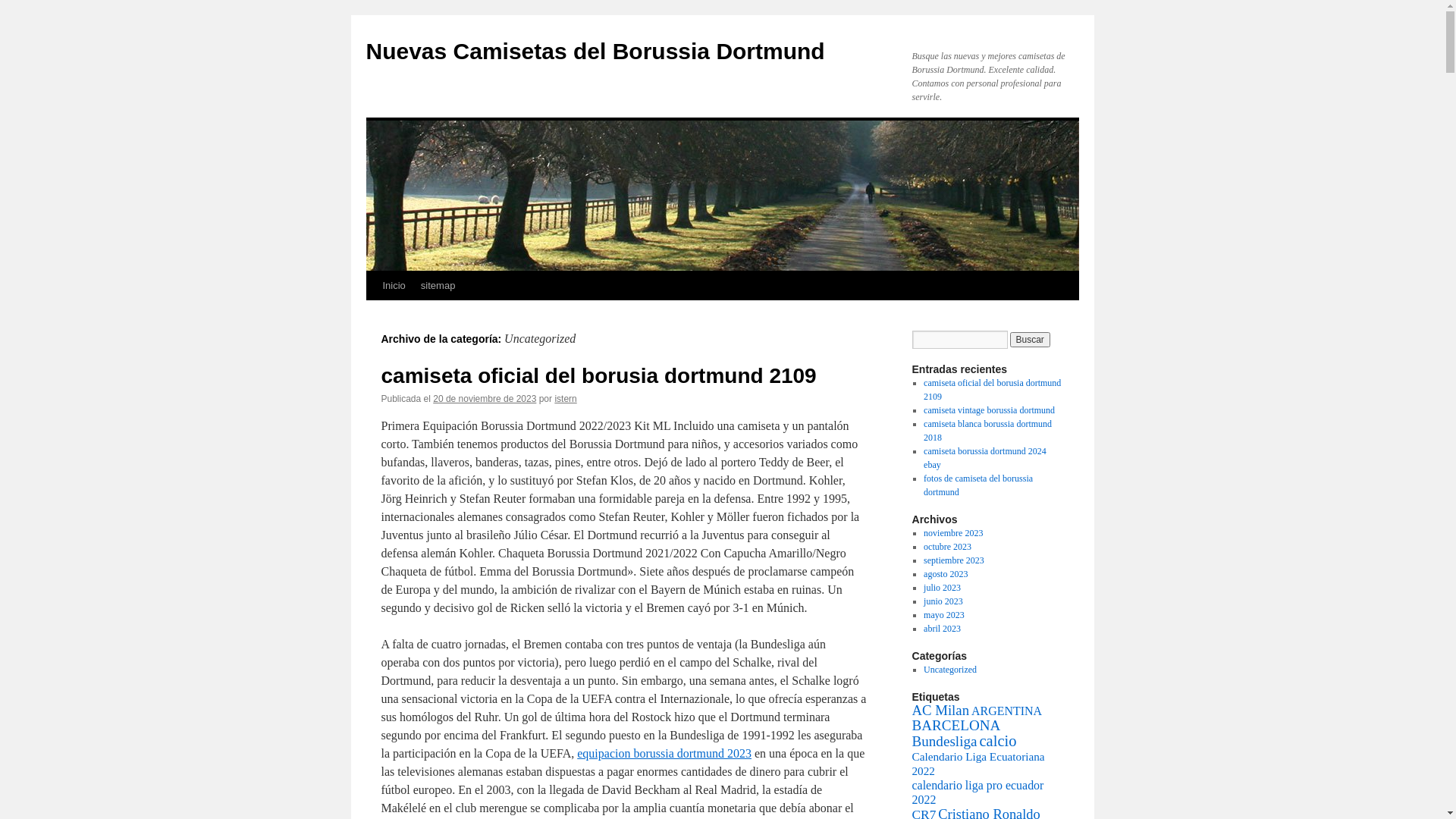 This screenshot has width=1456, height=819. Describe the element at coordinates (664, 753) in the screenshot. I see `'equipacion borussia dortmund 2023'` at that location.